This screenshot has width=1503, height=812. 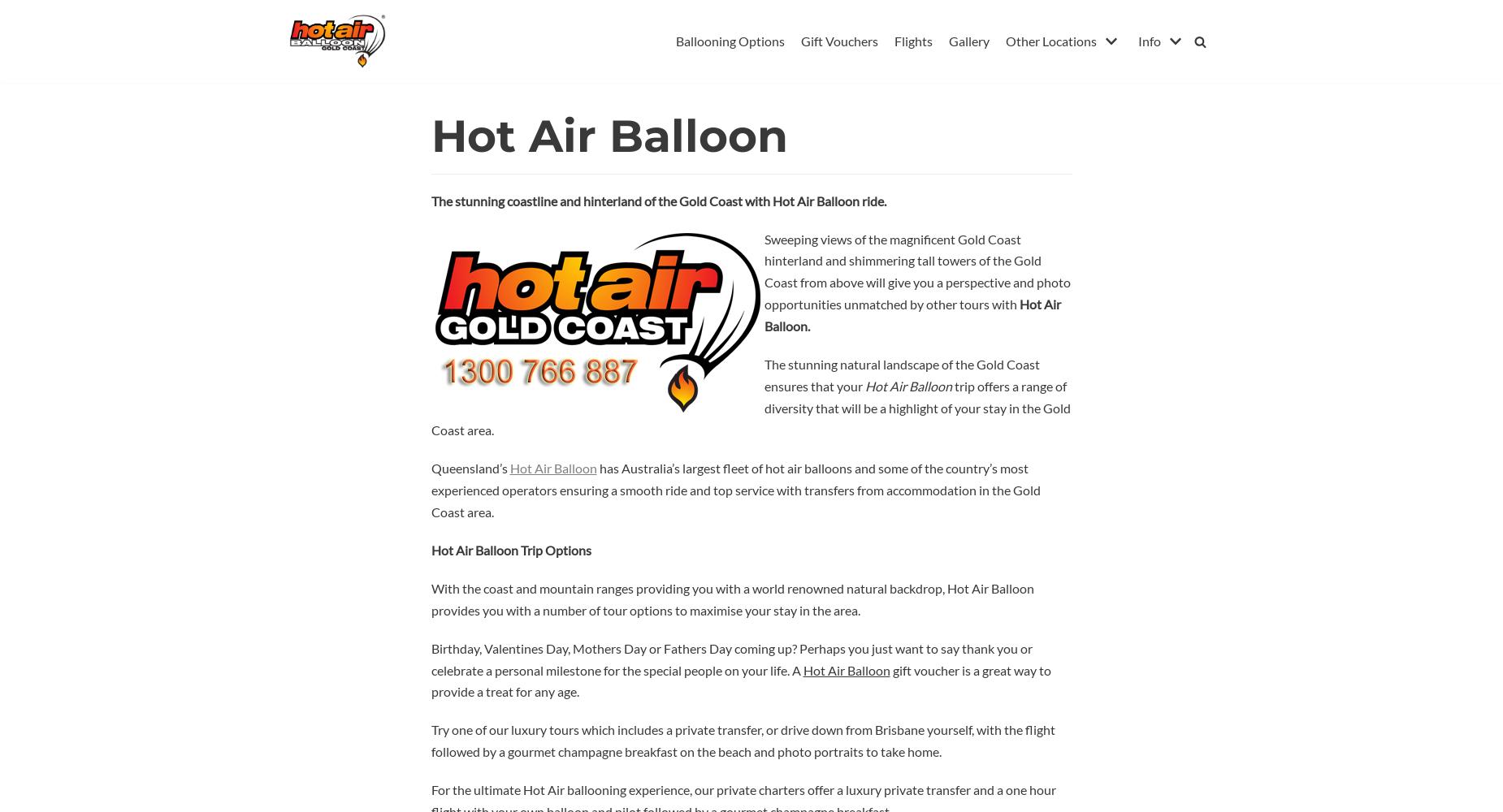 What do you see at coordinates (1035, 75) in the screenshot?
I see `'Brisbane'` at bounding box center [1035, 75].